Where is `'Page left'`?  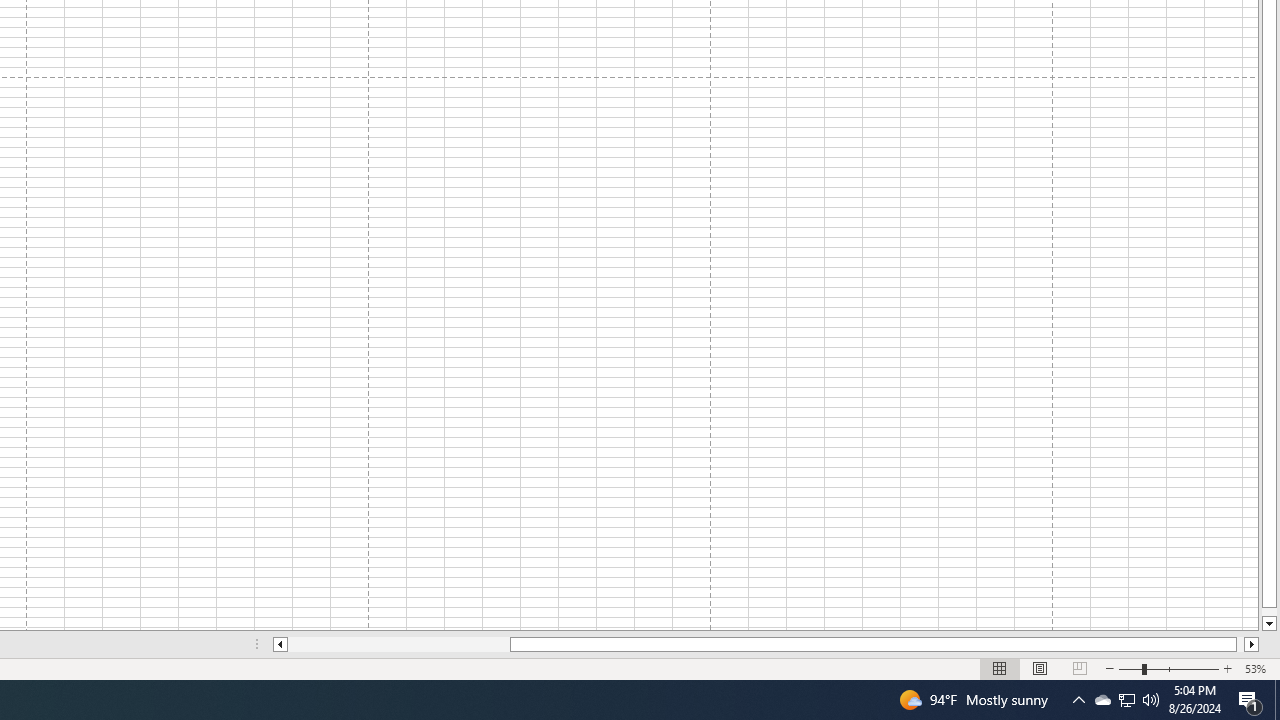
'Page left' is located at coordinates (398, 644).